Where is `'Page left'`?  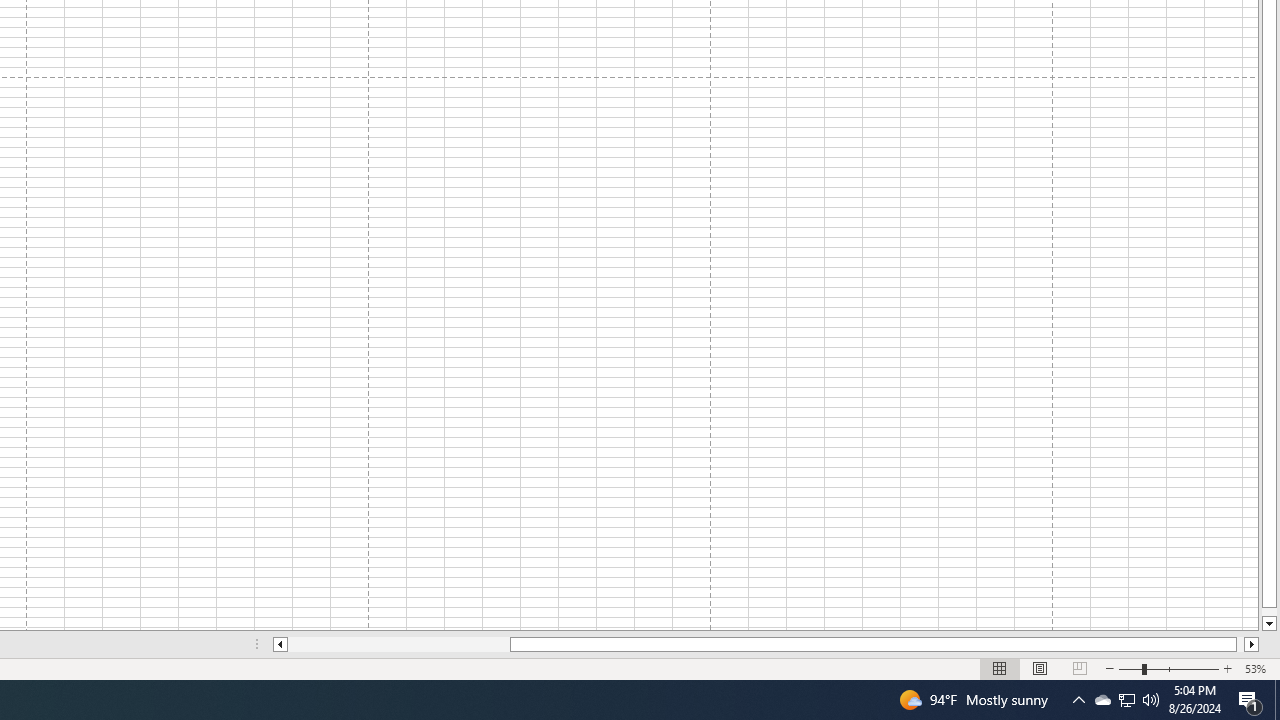
'Page left' is located at coordinates (398, 644).